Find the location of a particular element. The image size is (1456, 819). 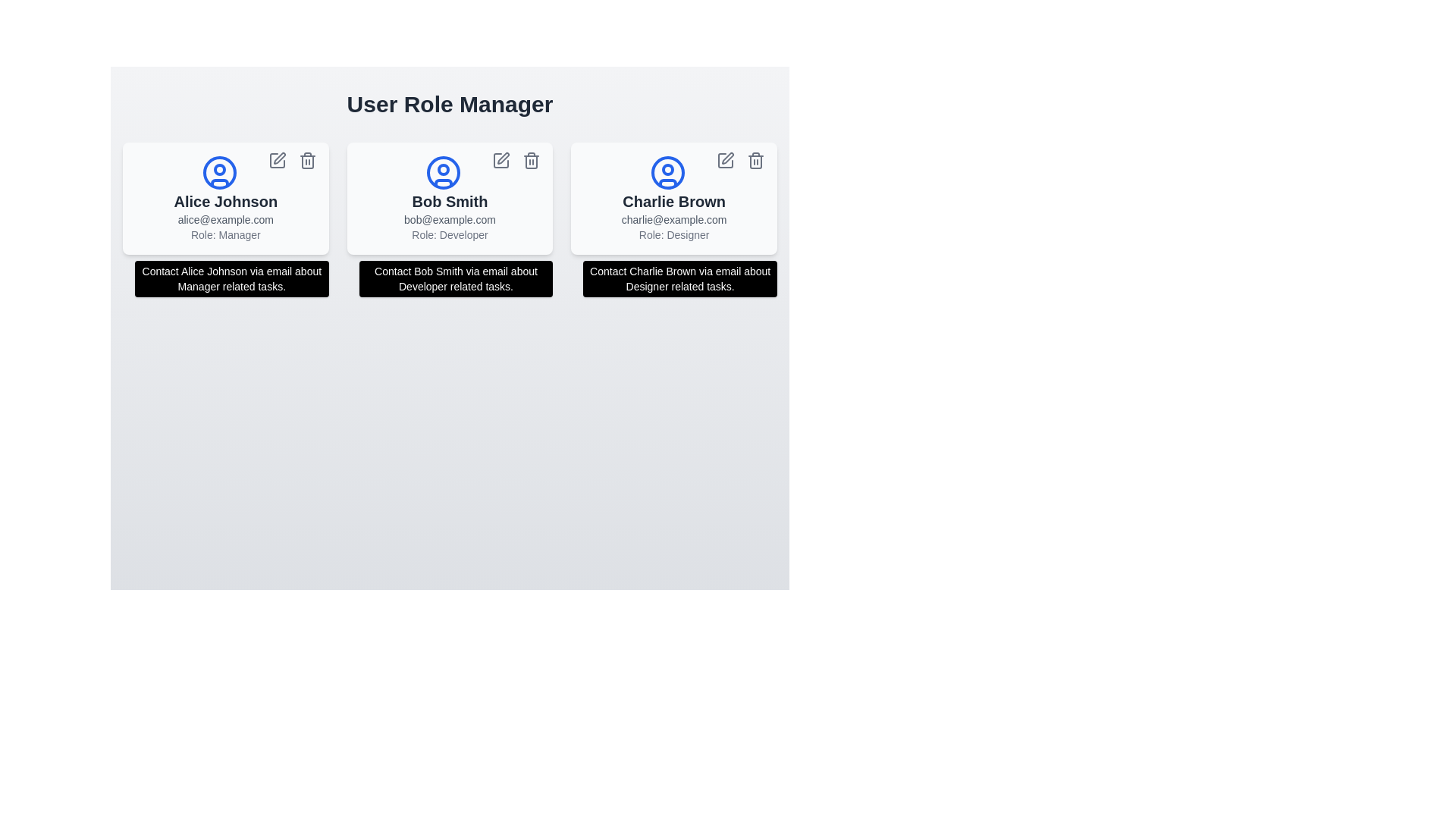

the edit icon button located at the top-right of Alice Johnson's user card to initiate the edit action is located at coordinates (279, 158).